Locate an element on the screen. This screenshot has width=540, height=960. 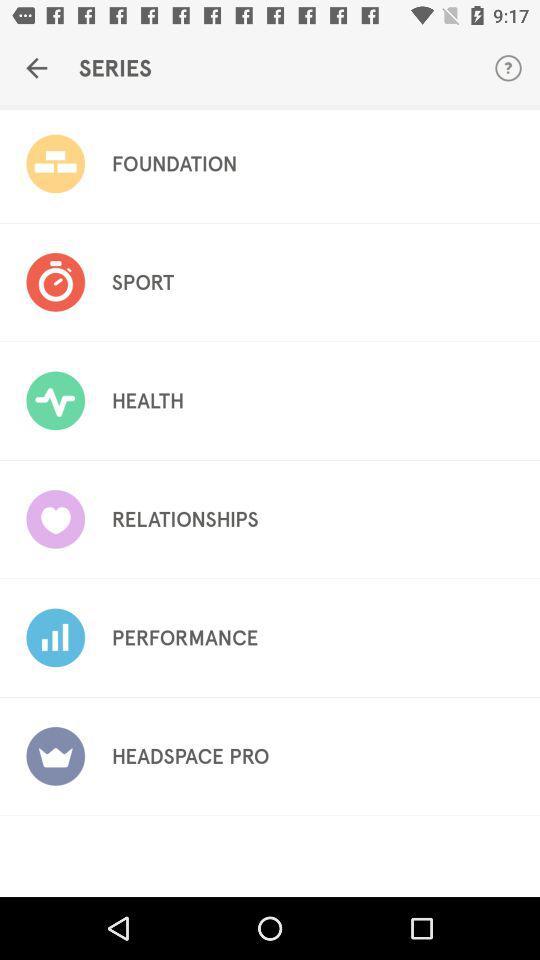
foundation is located at coordinates (174, 163).